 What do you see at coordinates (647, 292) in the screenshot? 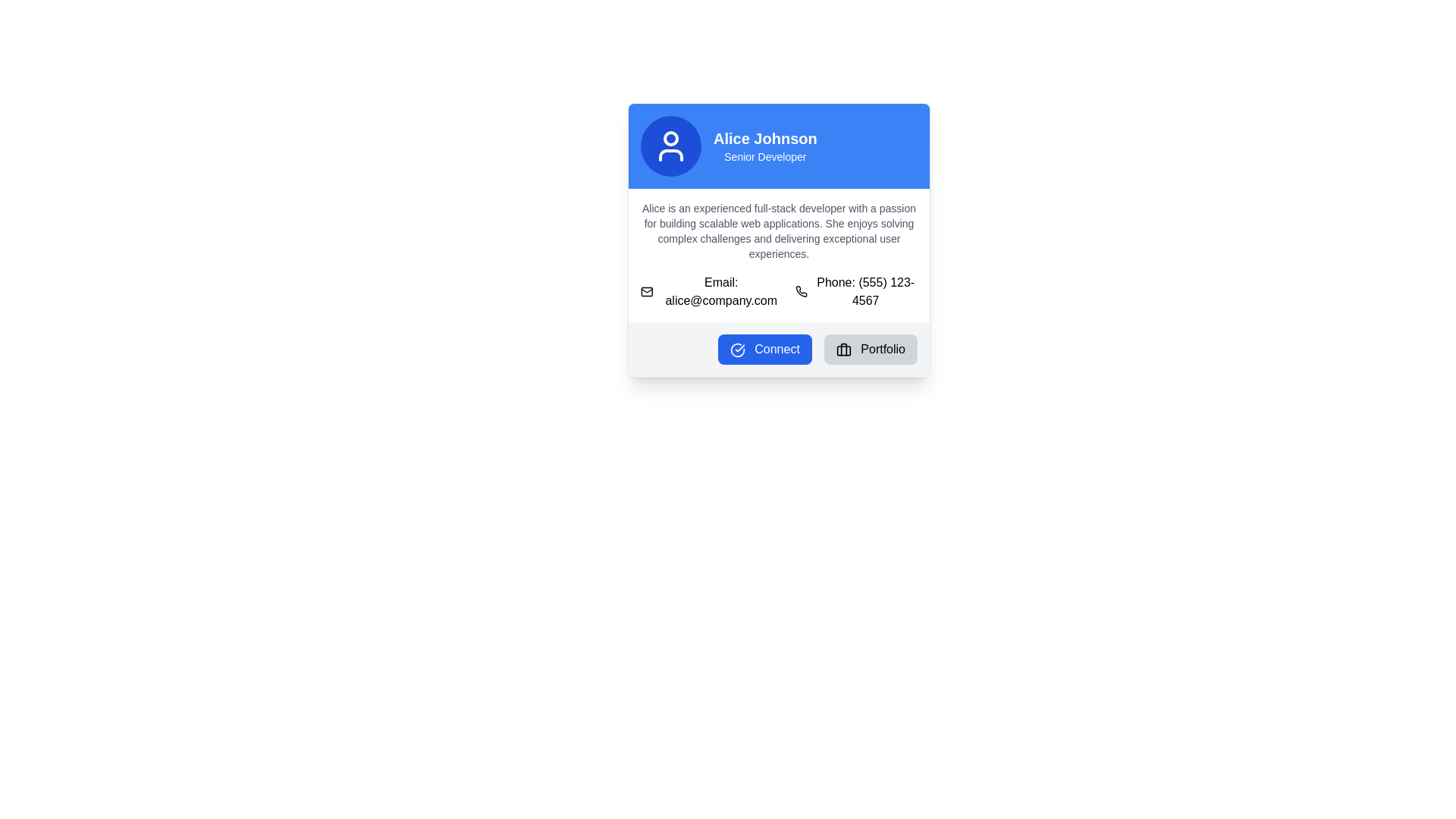
I see `the decorative element within the mail envelope icon located in the user's contact card area, near the email text and icon` at bounding box center [647, 292].